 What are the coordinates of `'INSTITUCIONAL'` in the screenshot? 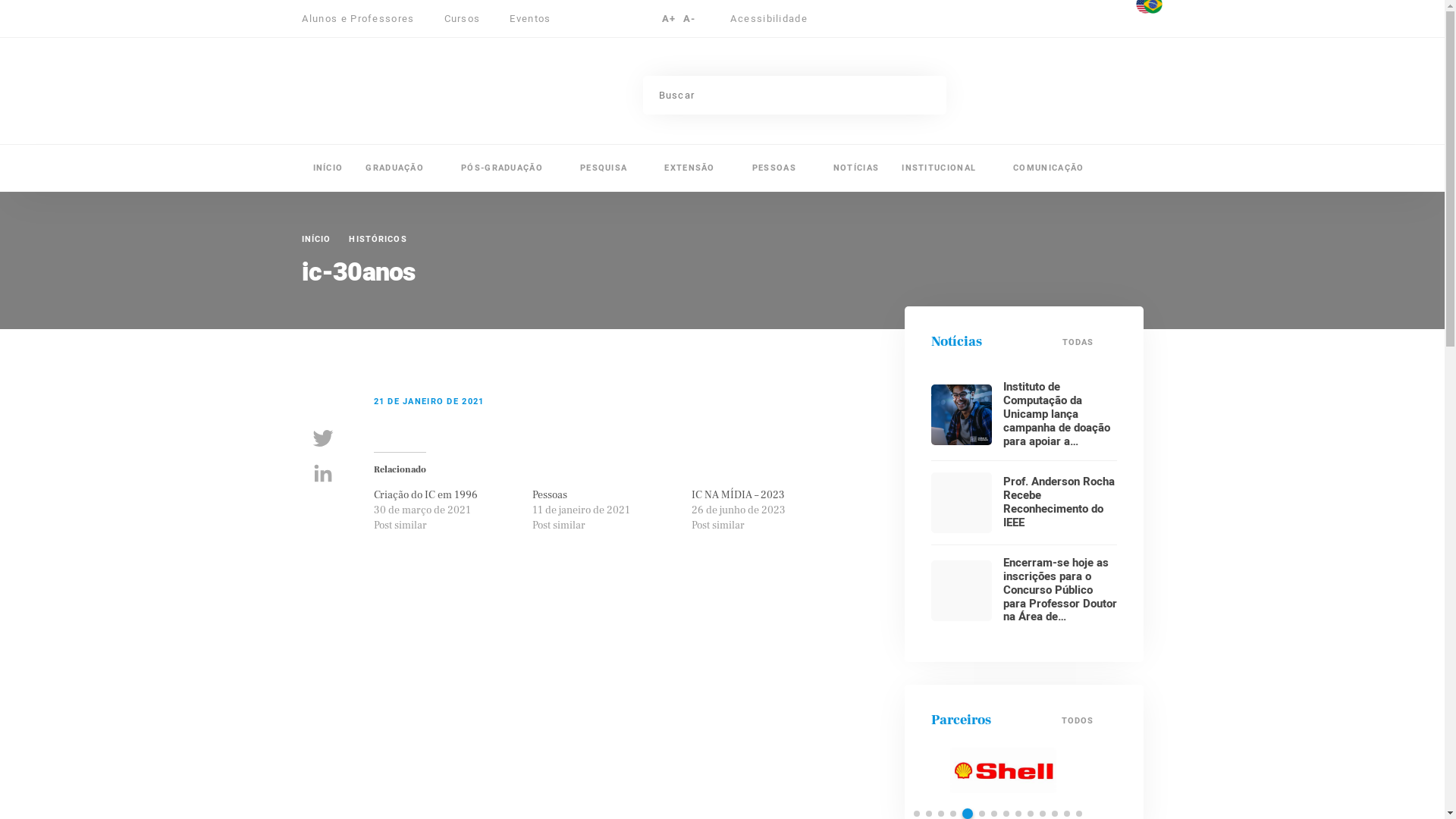 It's located at (945, 168).